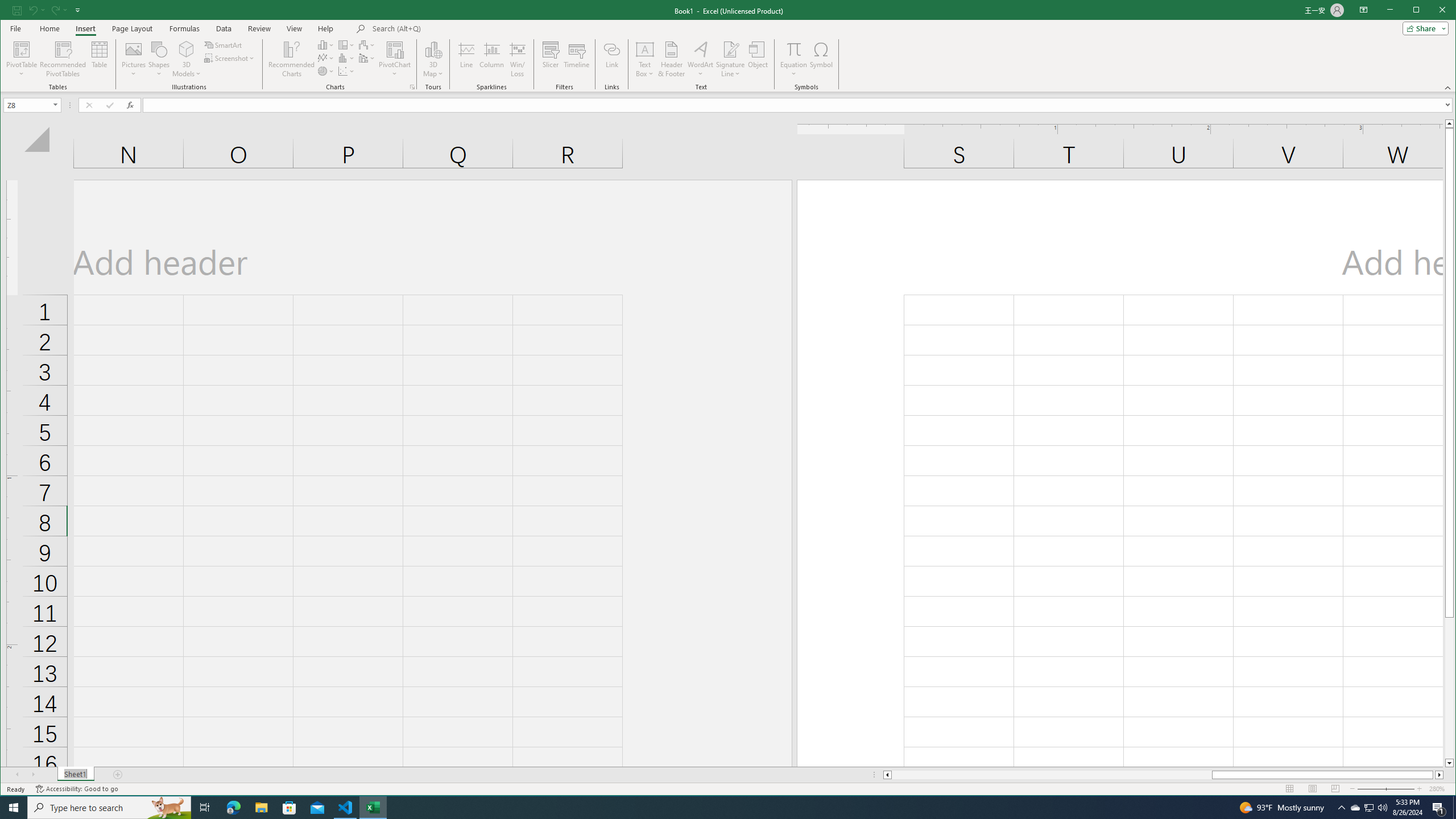 Image resolution: width=1456 pixels, height=819 pixels. I want to click on 'Q2790: 100%', so click(1381, 806).